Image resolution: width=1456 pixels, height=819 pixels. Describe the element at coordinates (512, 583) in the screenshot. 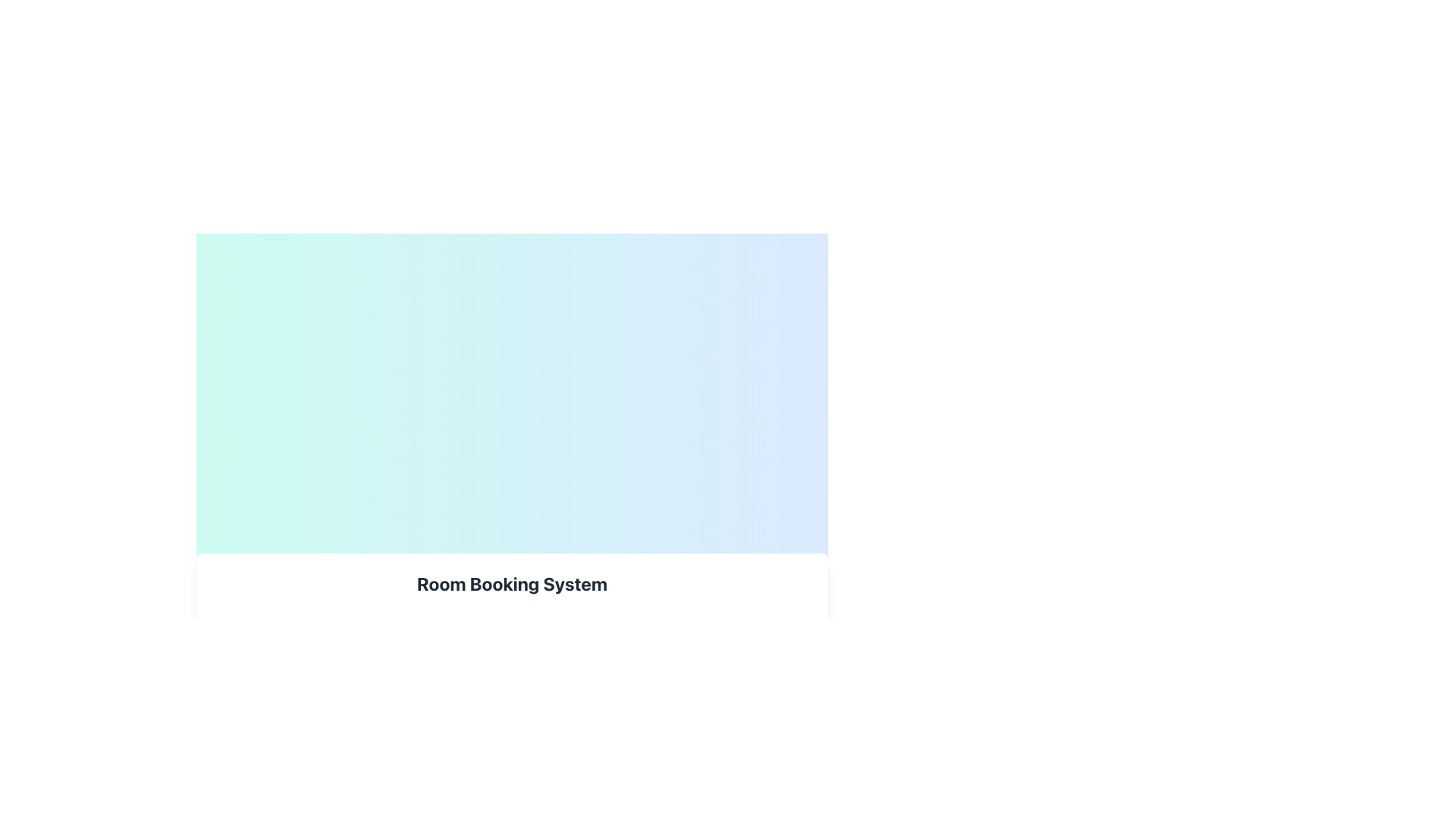

I see `the 'Room Booking System' text label` at that location.